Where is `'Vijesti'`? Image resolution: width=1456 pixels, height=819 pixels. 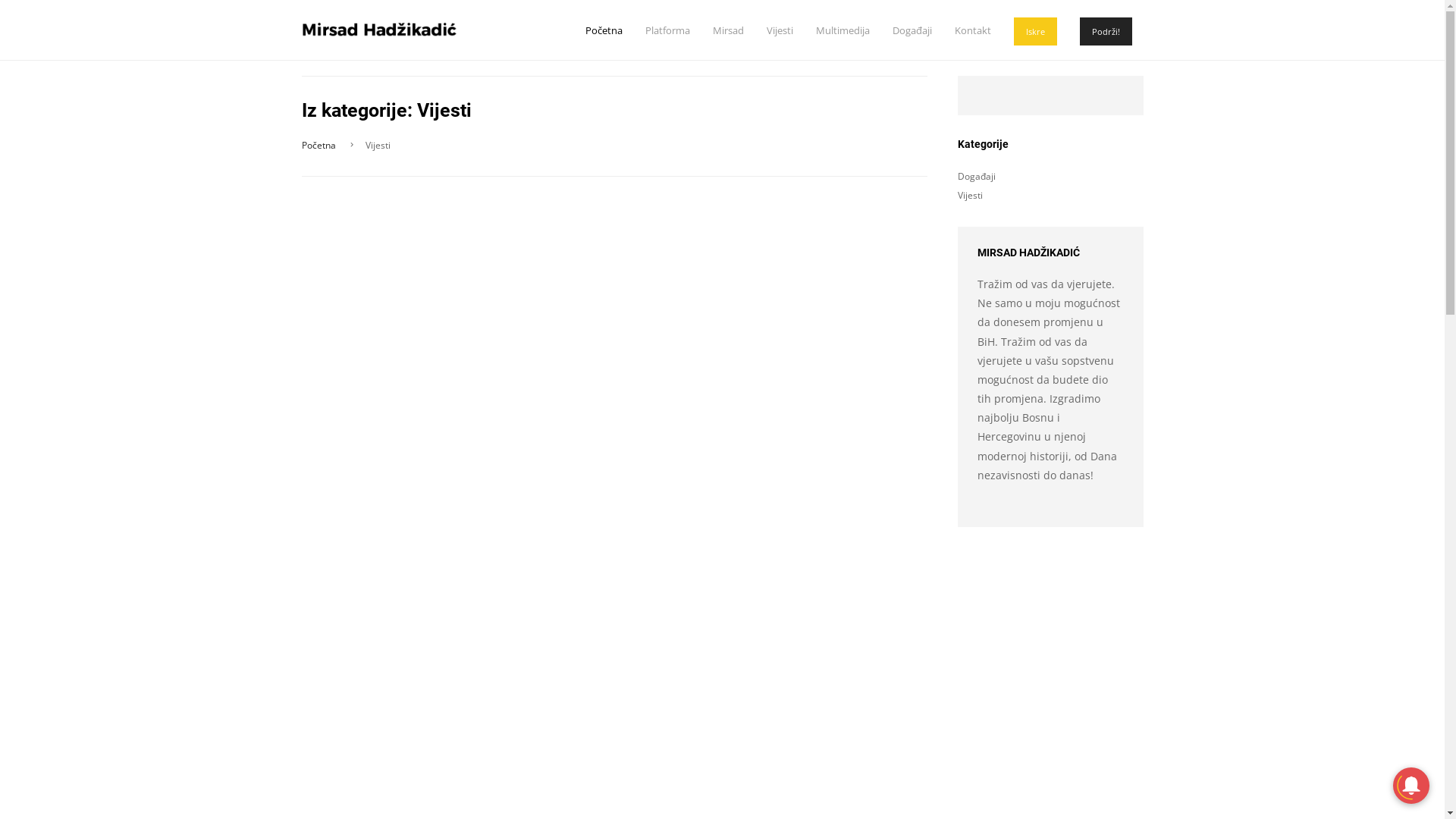
'Vijesti' is located at coordinates (765, 30).